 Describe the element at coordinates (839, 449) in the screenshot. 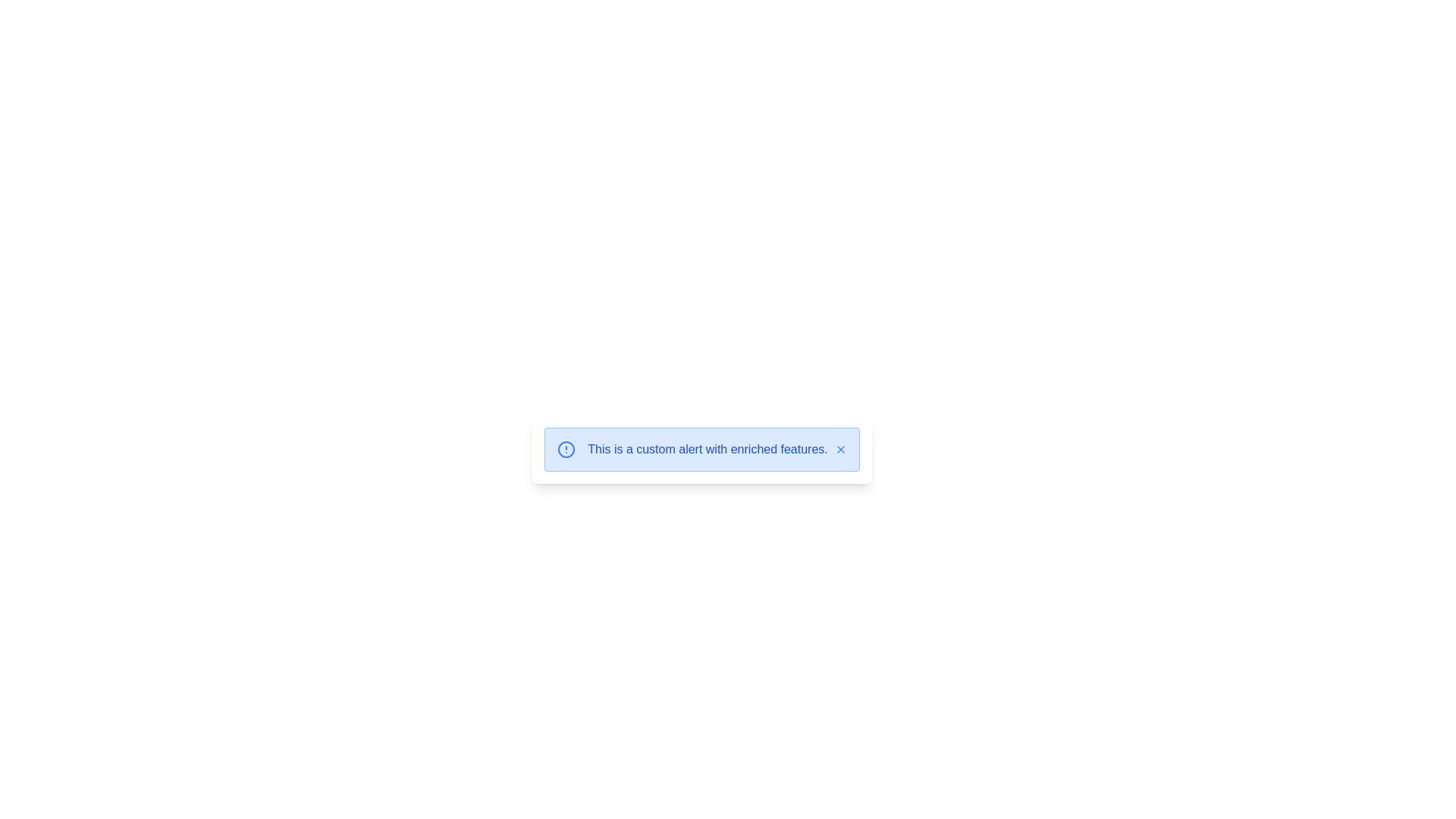

I see `the close ('X') button located at the rightmost part of the alert box` at that location.